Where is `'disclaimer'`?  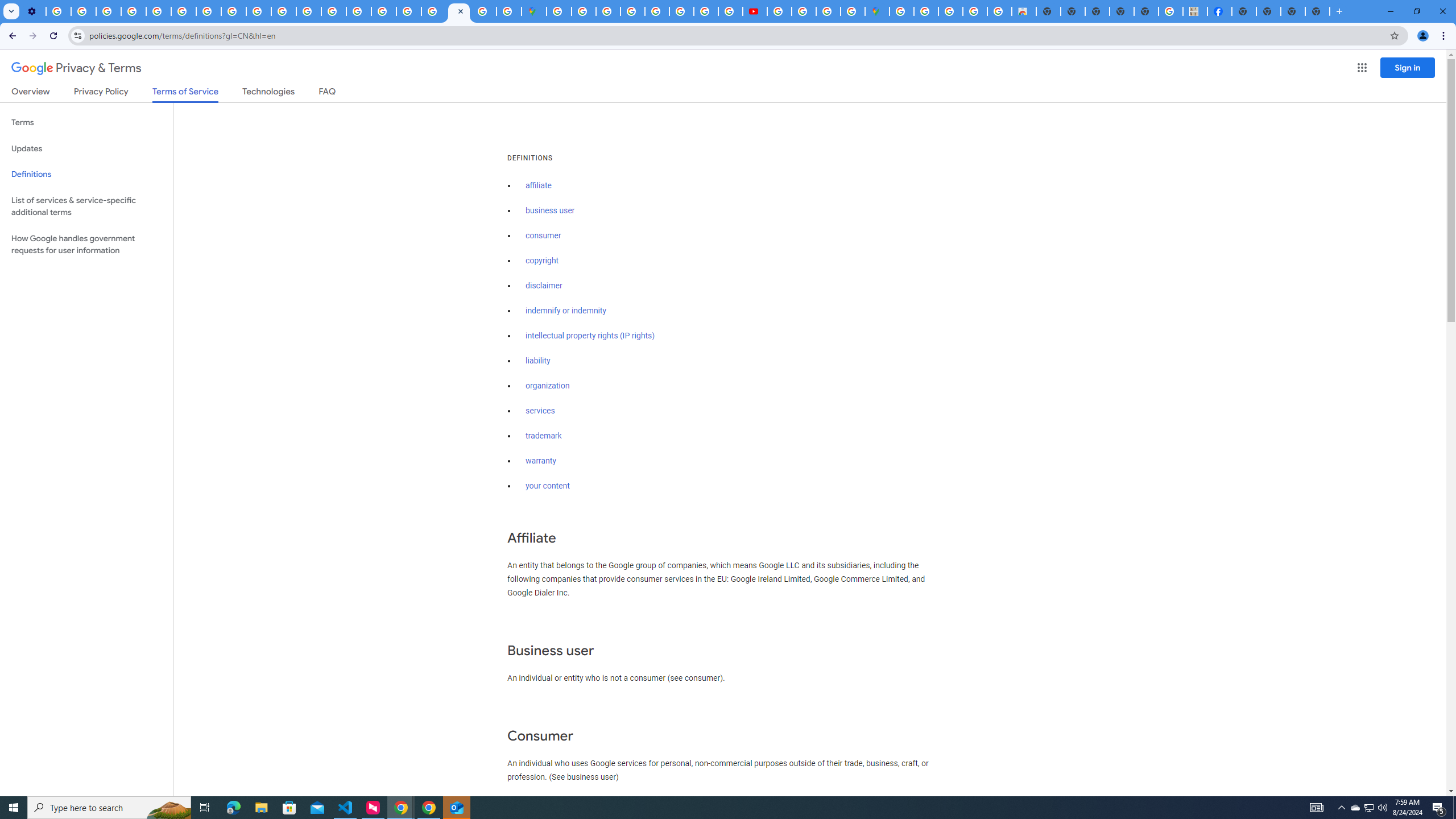
'disclaimer' is located at coordinates (543, 286).